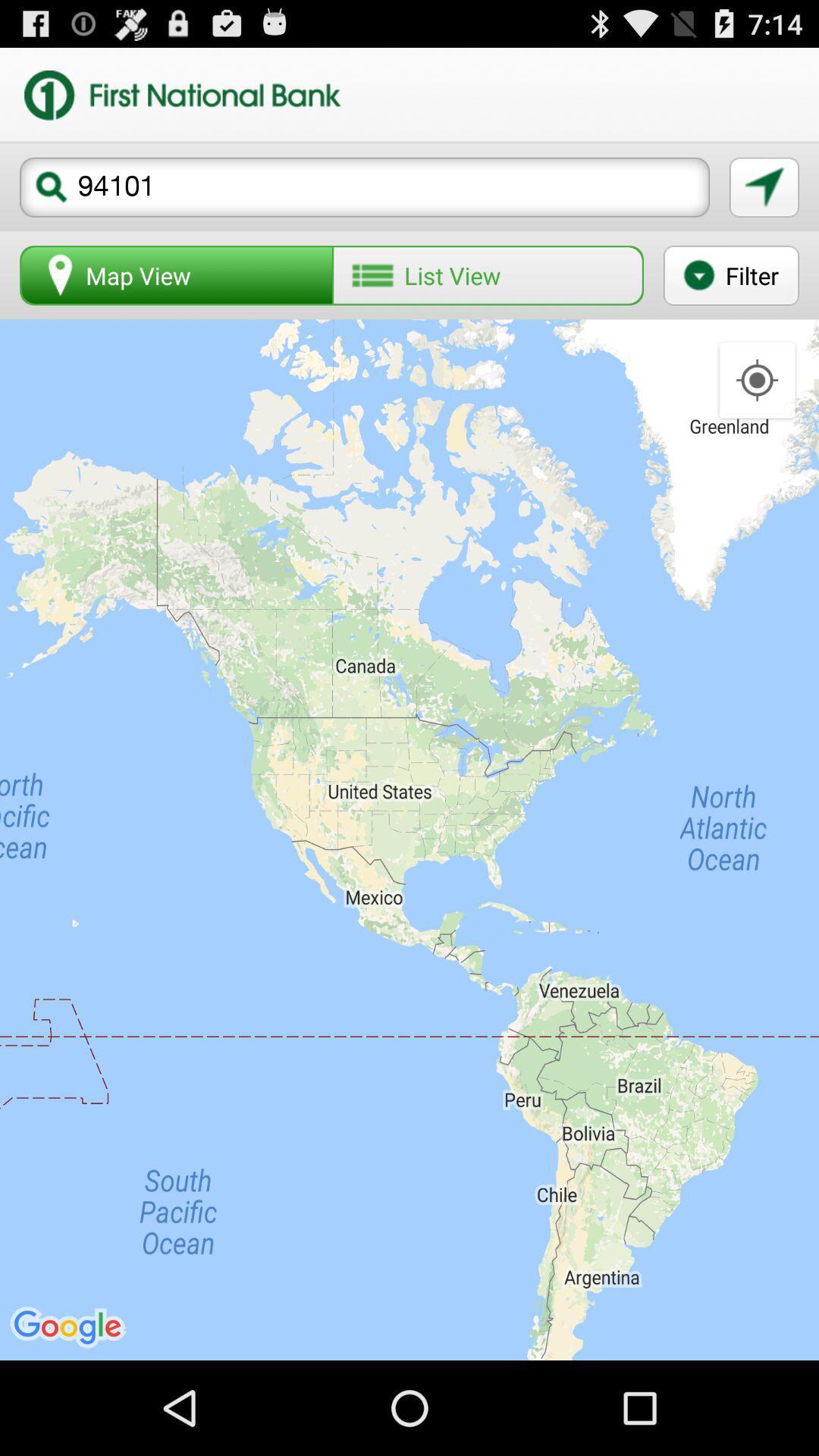 The width and height of the screenshot is (819, 1456). What do you see at coordinates (176, 275) in the screenshot?
I see `the map view button` at bounding box center [176, 275].